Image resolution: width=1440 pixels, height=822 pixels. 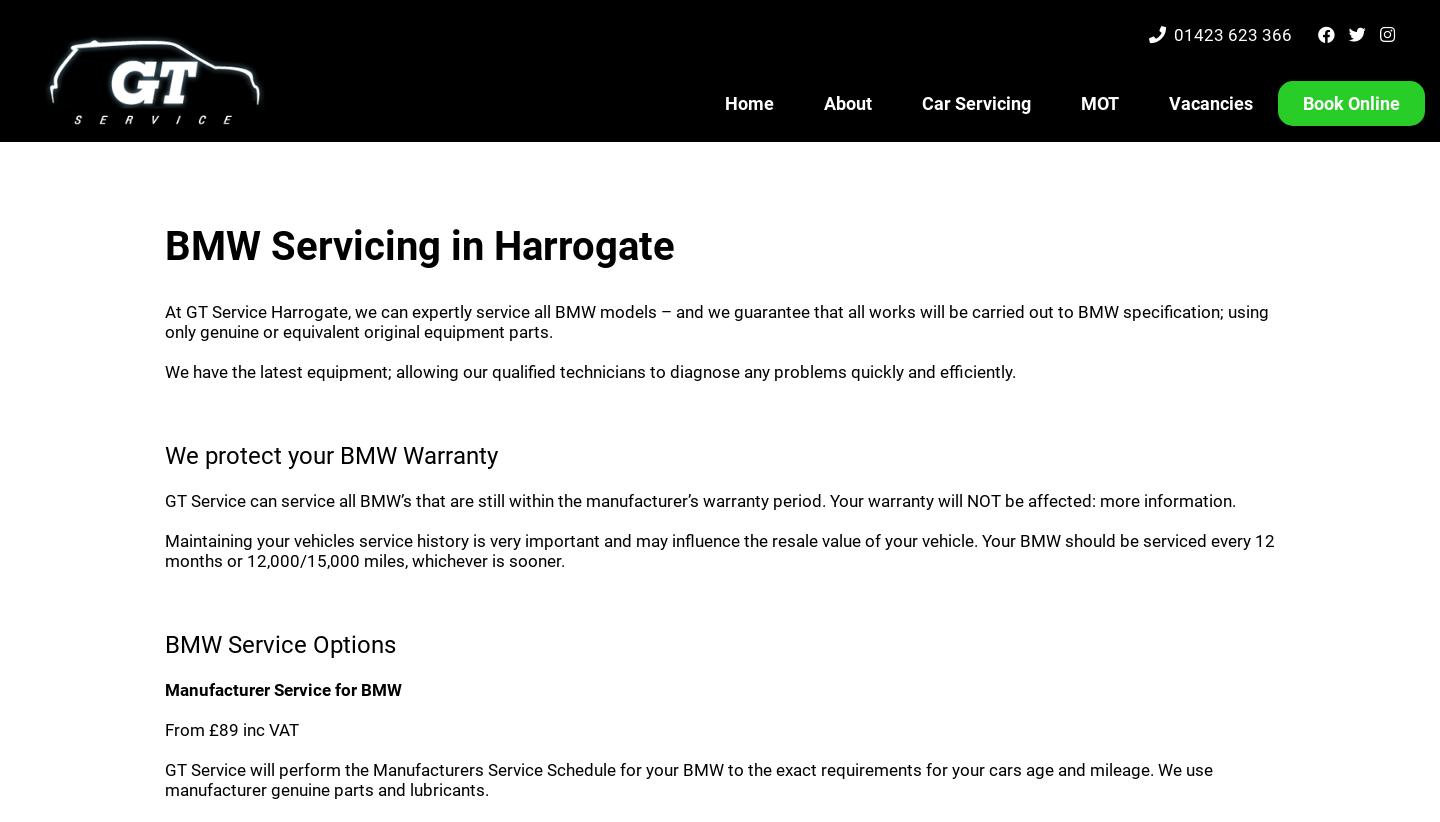 I want to click on 'From £89 inc VAT', so click(x=231, y=729).